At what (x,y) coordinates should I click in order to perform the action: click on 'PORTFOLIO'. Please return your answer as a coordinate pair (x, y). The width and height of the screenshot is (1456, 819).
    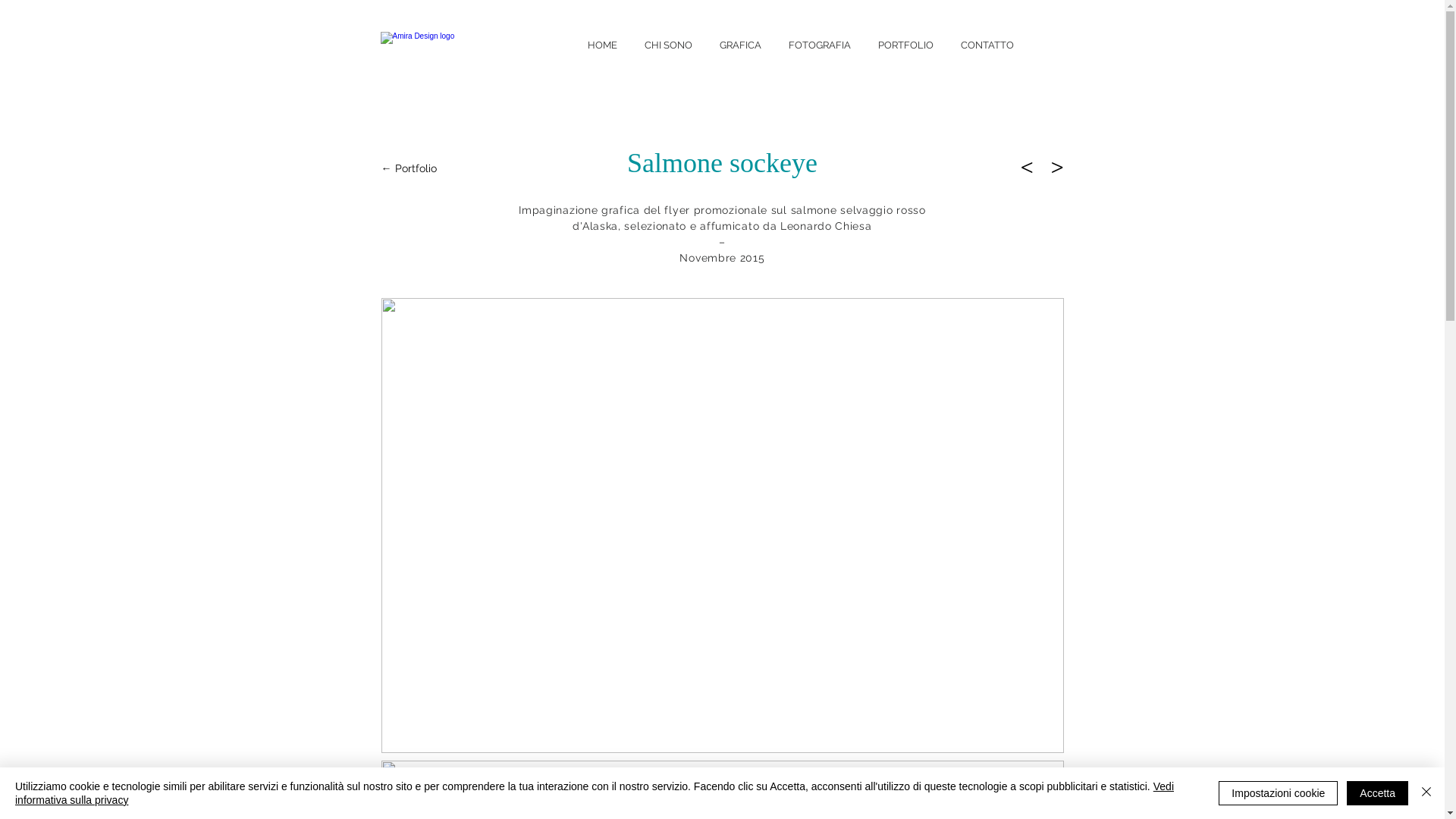
    Looking at the image, I should click on (864, 42).